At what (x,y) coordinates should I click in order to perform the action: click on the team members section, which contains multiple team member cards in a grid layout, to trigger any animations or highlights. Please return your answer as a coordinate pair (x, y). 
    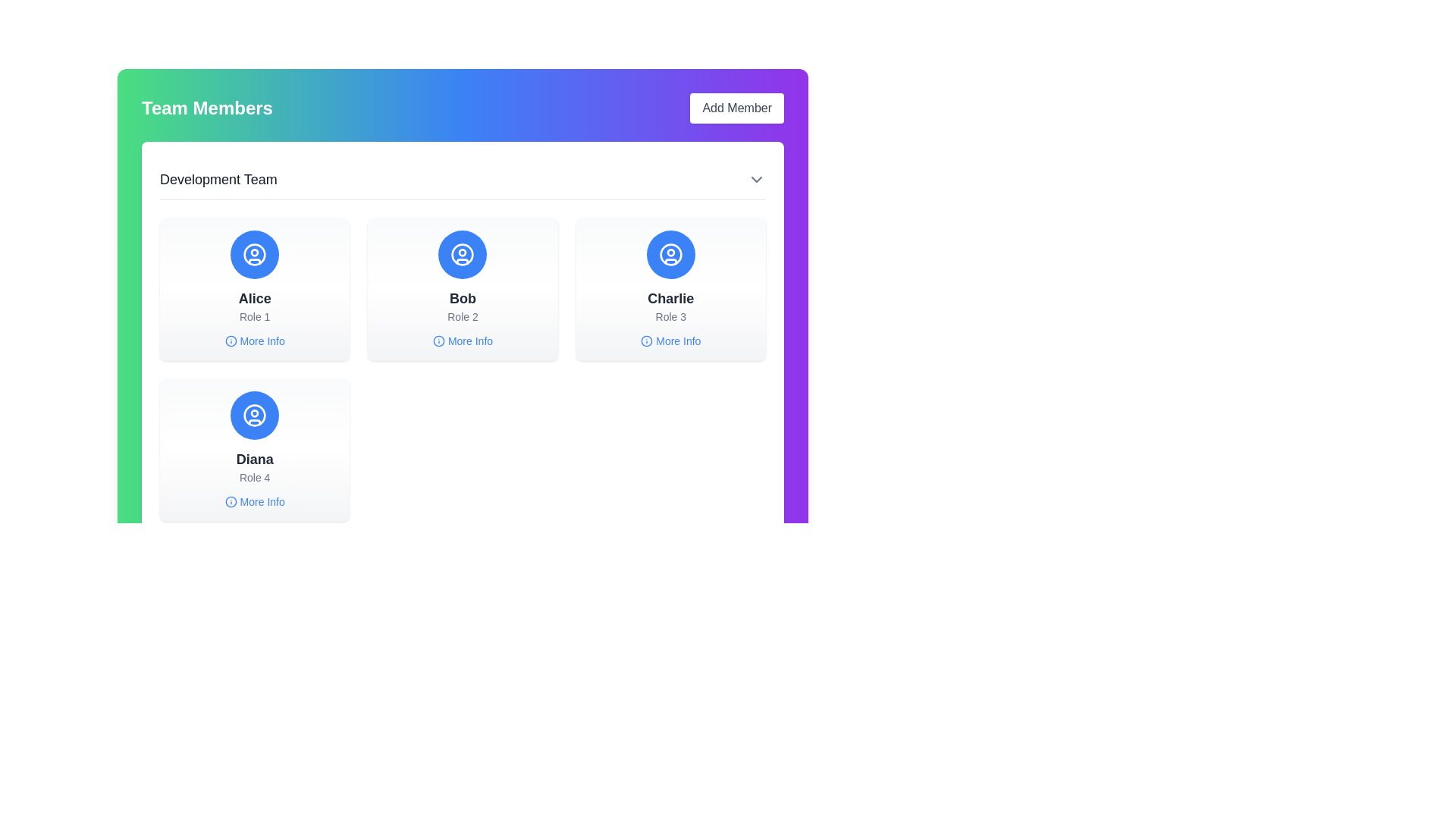
    Looking at the image, I should click on (462, 370).